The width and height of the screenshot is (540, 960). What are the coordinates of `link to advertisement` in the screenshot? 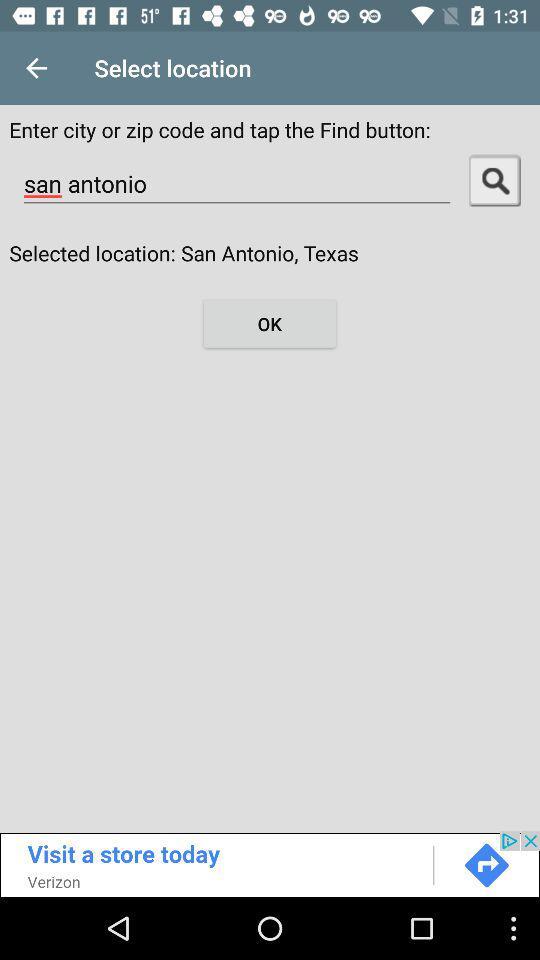 It's located at (270, 863).